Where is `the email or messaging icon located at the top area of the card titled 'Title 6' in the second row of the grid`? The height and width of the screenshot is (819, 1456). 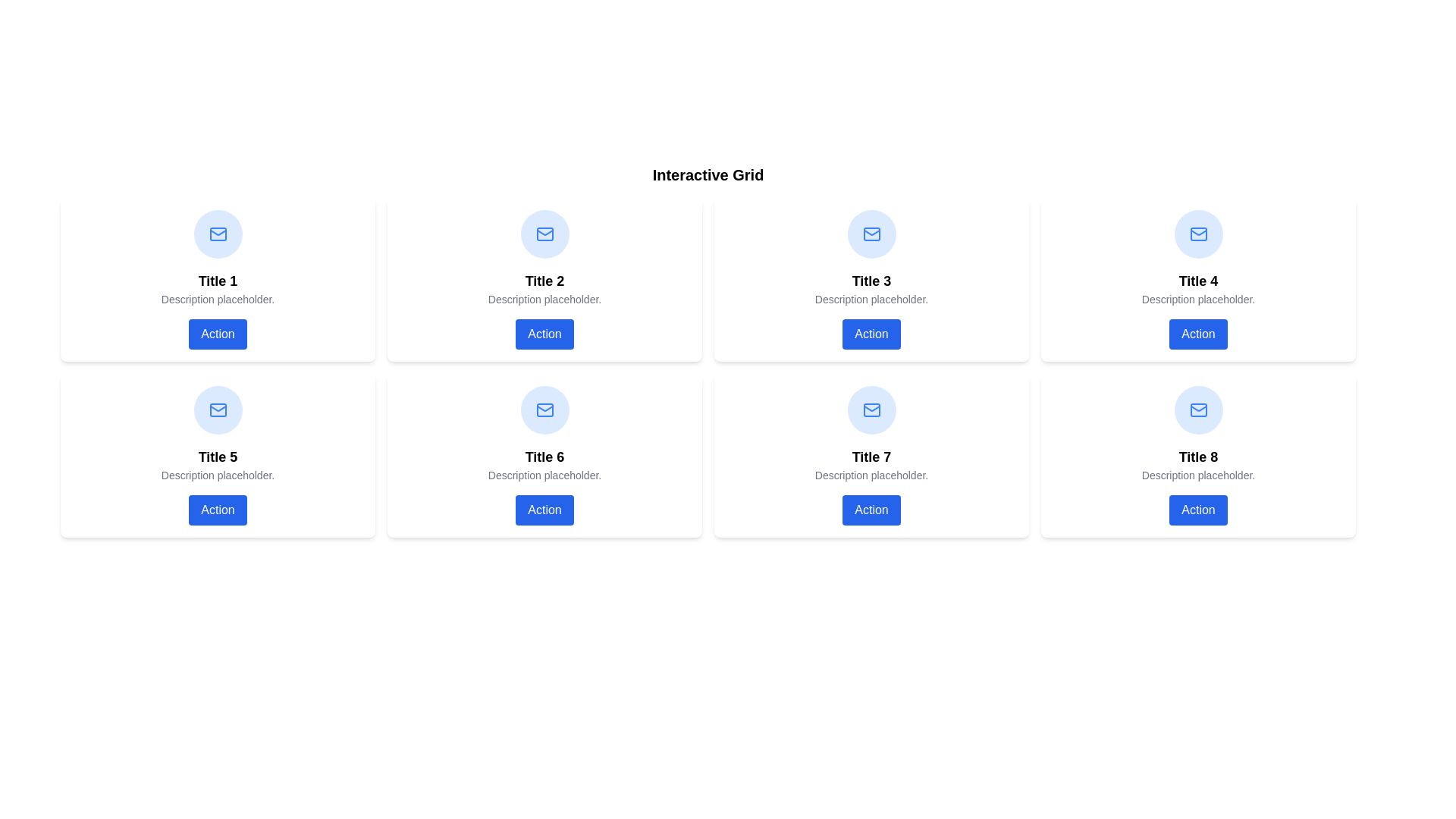
the email or messaging icon located at the top area of the card titled 'Title 6' in the second row of the grid is located at coordinates (544, 409).